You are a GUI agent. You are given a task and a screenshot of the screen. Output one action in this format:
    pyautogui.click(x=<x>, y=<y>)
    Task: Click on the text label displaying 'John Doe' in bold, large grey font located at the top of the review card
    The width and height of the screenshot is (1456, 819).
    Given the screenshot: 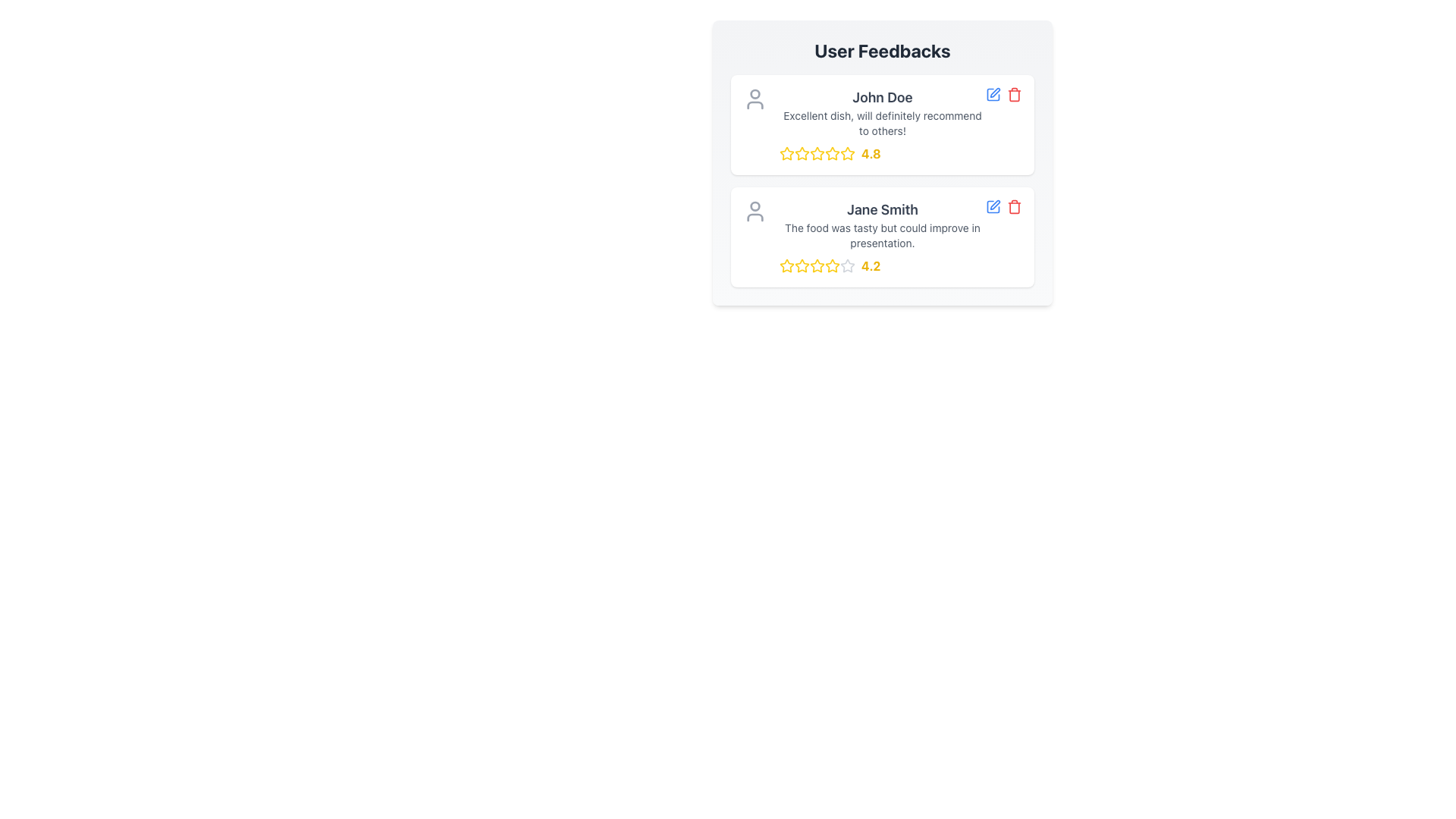 What is the action you would take?
    pyautogui.click(x=882, y=97)
    